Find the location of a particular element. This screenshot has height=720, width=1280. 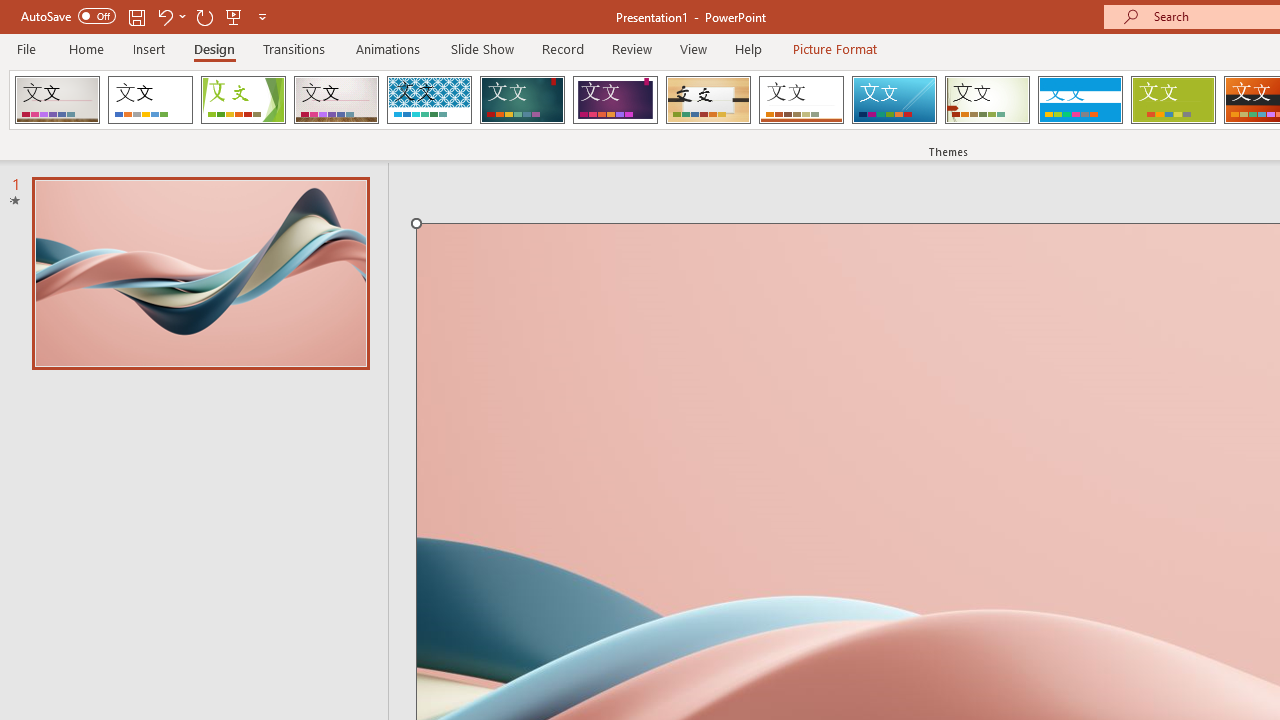

'Organic' is located at coordinates (708, 100).